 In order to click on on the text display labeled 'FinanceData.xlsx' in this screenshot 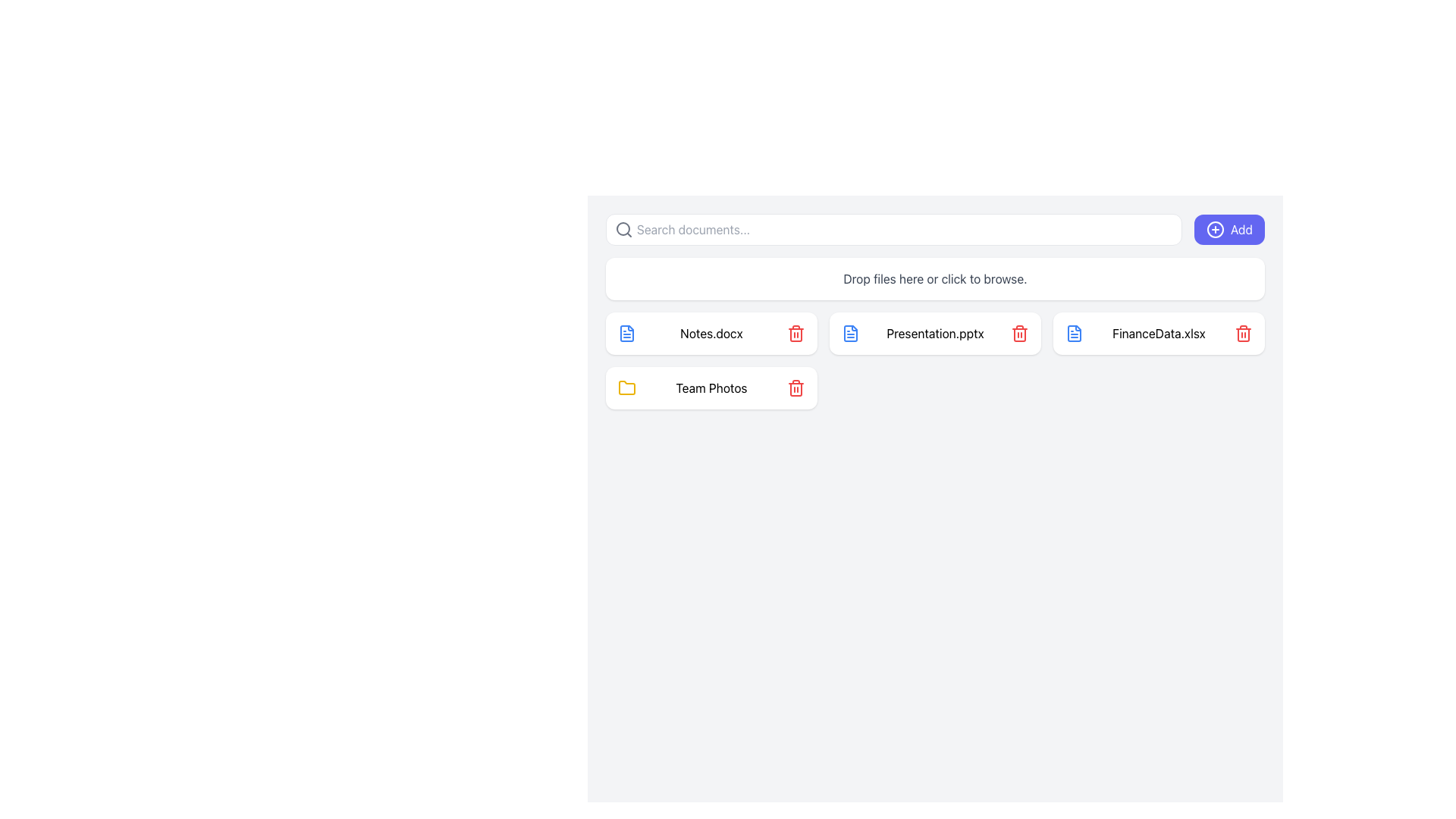, I will do `click(1158, 332)`.